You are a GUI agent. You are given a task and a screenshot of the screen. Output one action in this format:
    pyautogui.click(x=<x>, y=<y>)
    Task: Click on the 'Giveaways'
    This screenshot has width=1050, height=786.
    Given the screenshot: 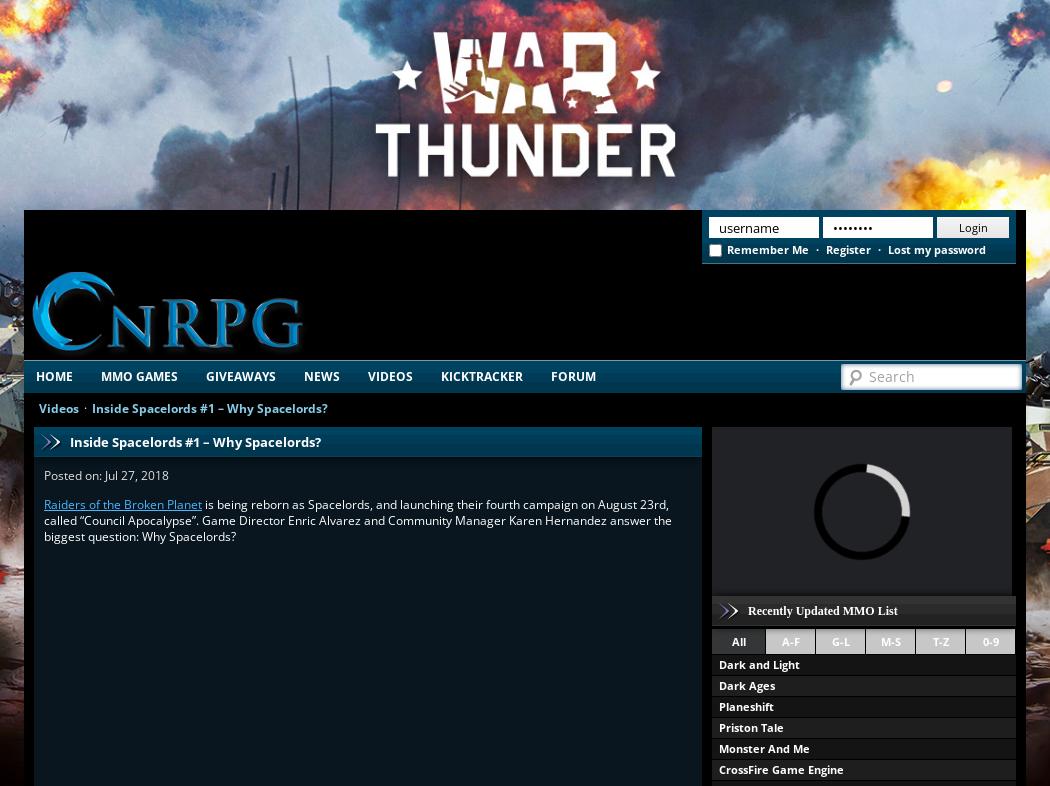 What is the action you would take?
    pyautogui.click(x=240, y=376)
    